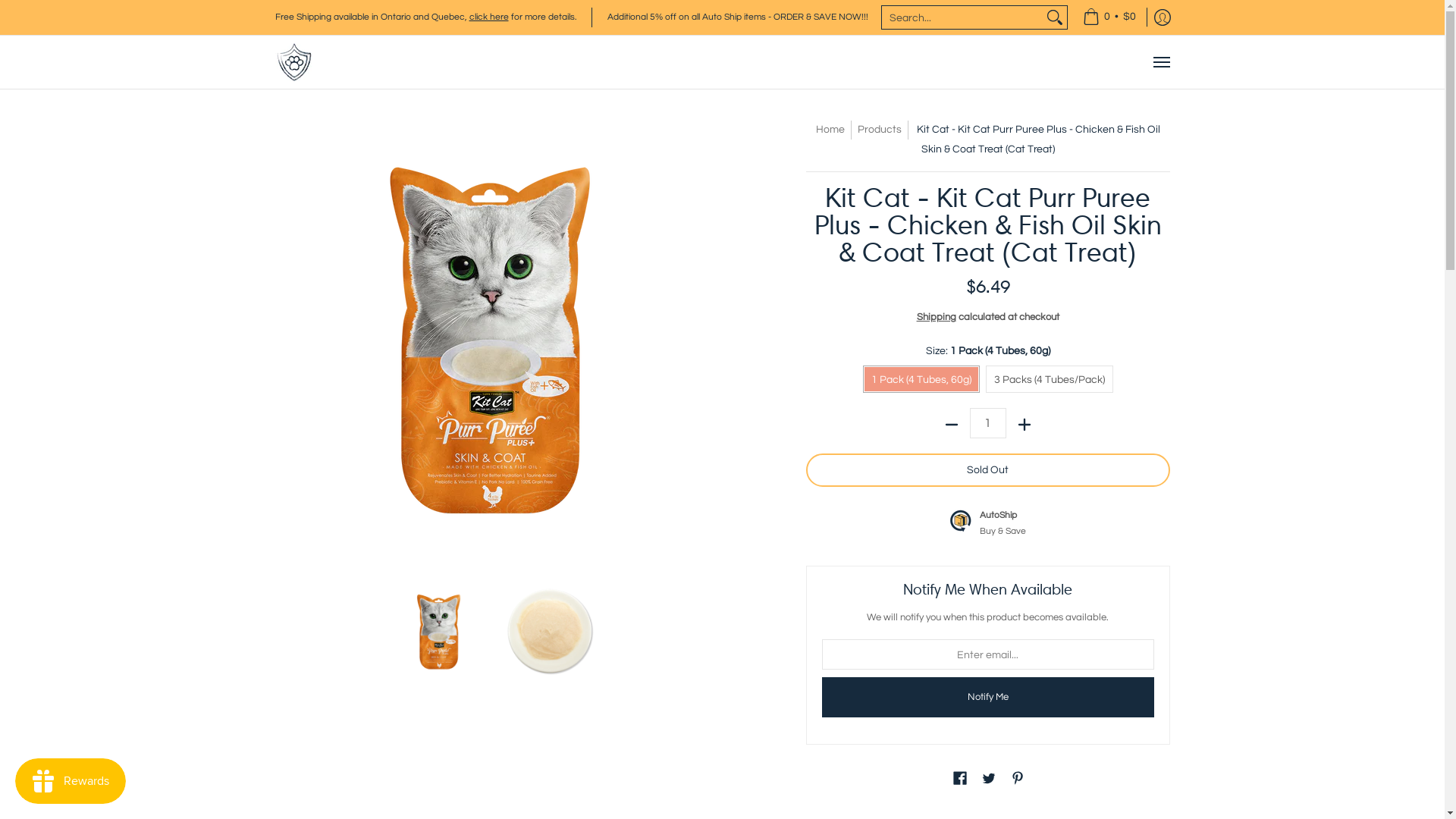  Describe the element at coordinates (1160, 17) in the screenshot. I see `'Log in'` at that location.